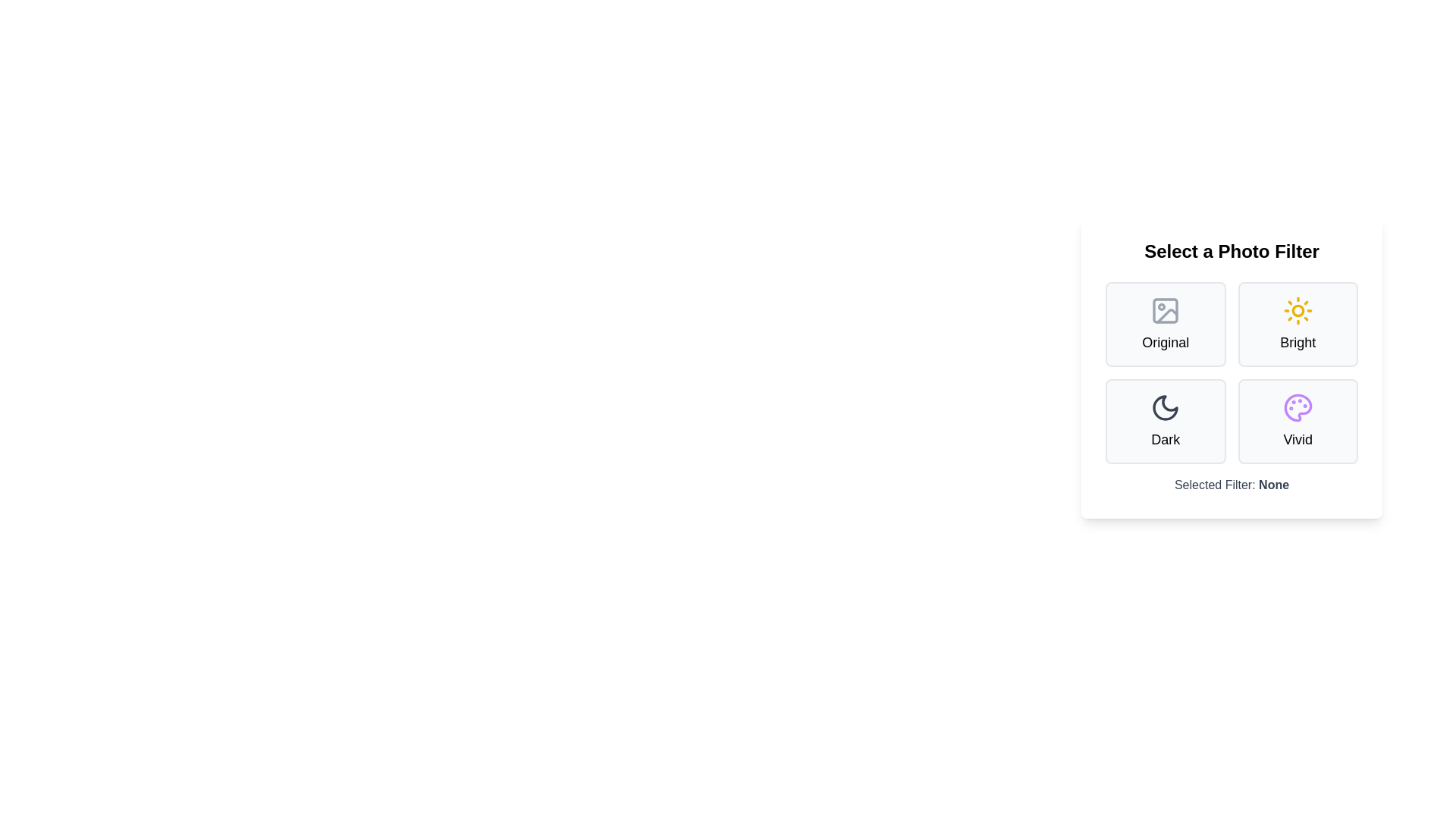 This screenshot has height=819, width=1456. What do you see at coordinates (1297, 324) in the screenshot?
I see `the filter Bright by clicking on its button` at bounding box center [1297, 324].